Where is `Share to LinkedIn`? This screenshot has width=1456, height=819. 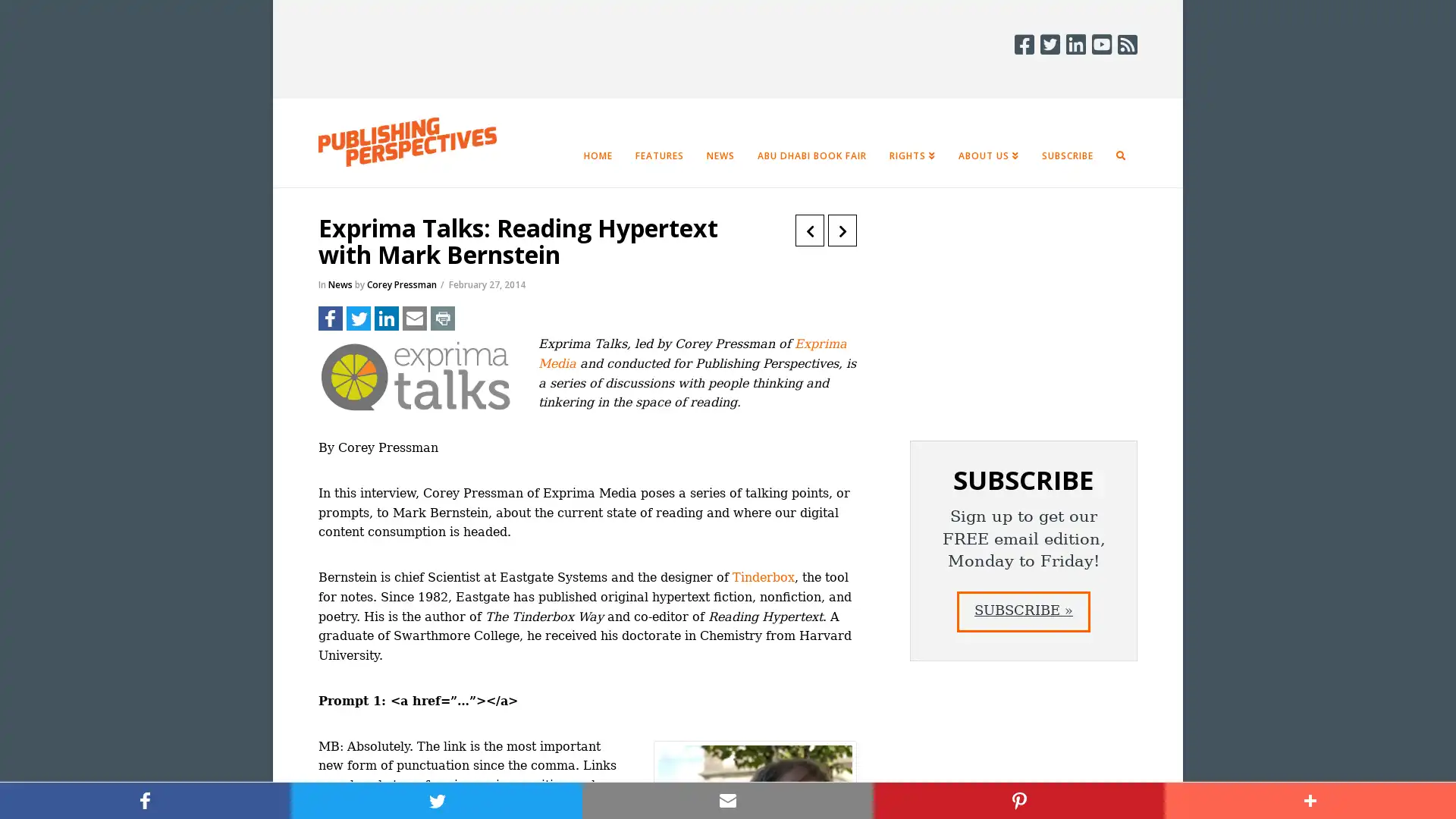 Share to LinkedIn is located at coordinates (386, 318).